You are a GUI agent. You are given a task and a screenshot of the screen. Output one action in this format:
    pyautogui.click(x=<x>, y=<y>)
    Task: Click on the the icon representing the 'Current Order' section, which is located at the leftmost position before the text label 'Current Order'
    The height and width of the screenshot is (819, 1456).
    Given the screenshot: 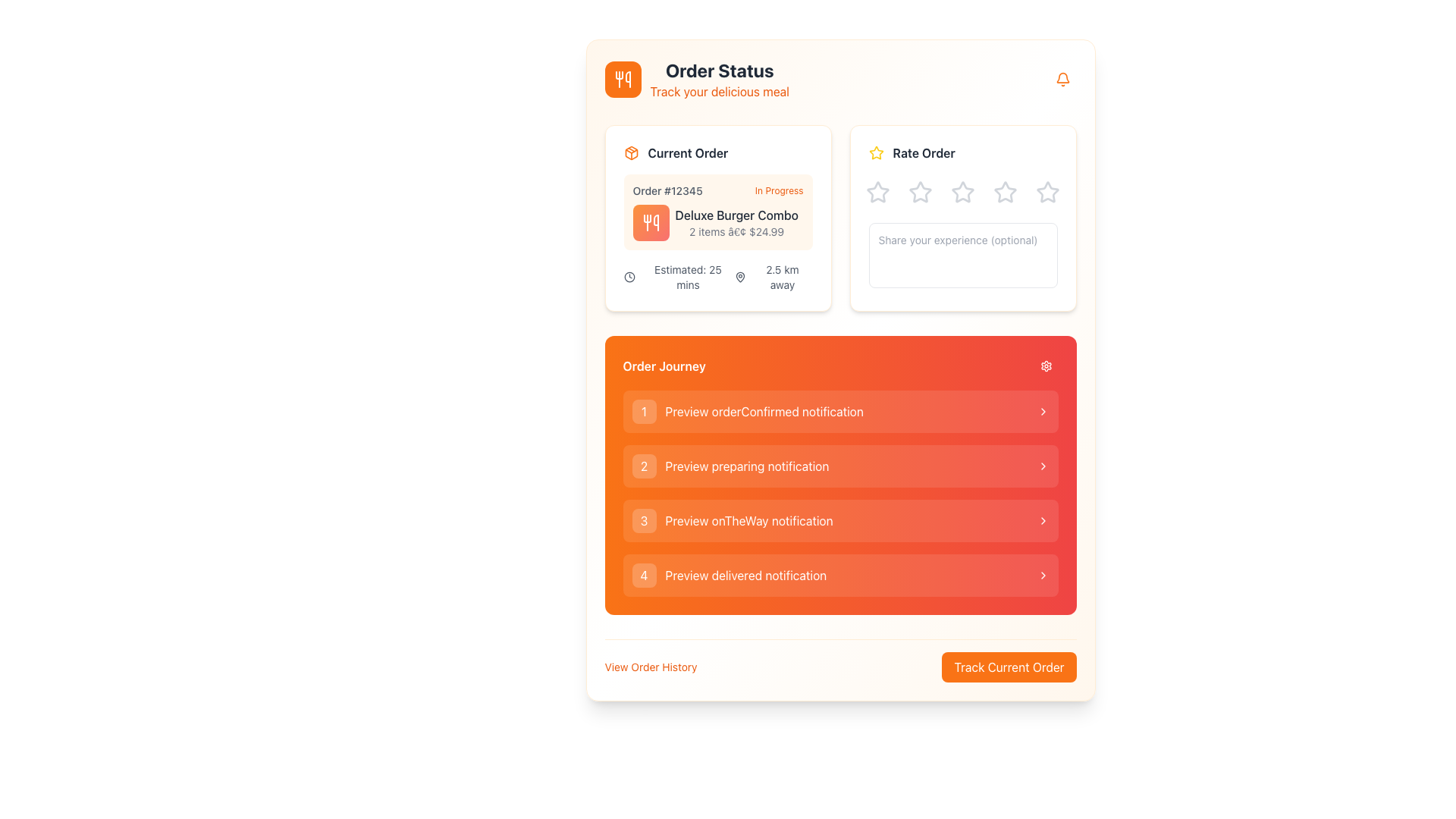 What is the action you would take?
    pyautogui.click(x=631, y=152)
    